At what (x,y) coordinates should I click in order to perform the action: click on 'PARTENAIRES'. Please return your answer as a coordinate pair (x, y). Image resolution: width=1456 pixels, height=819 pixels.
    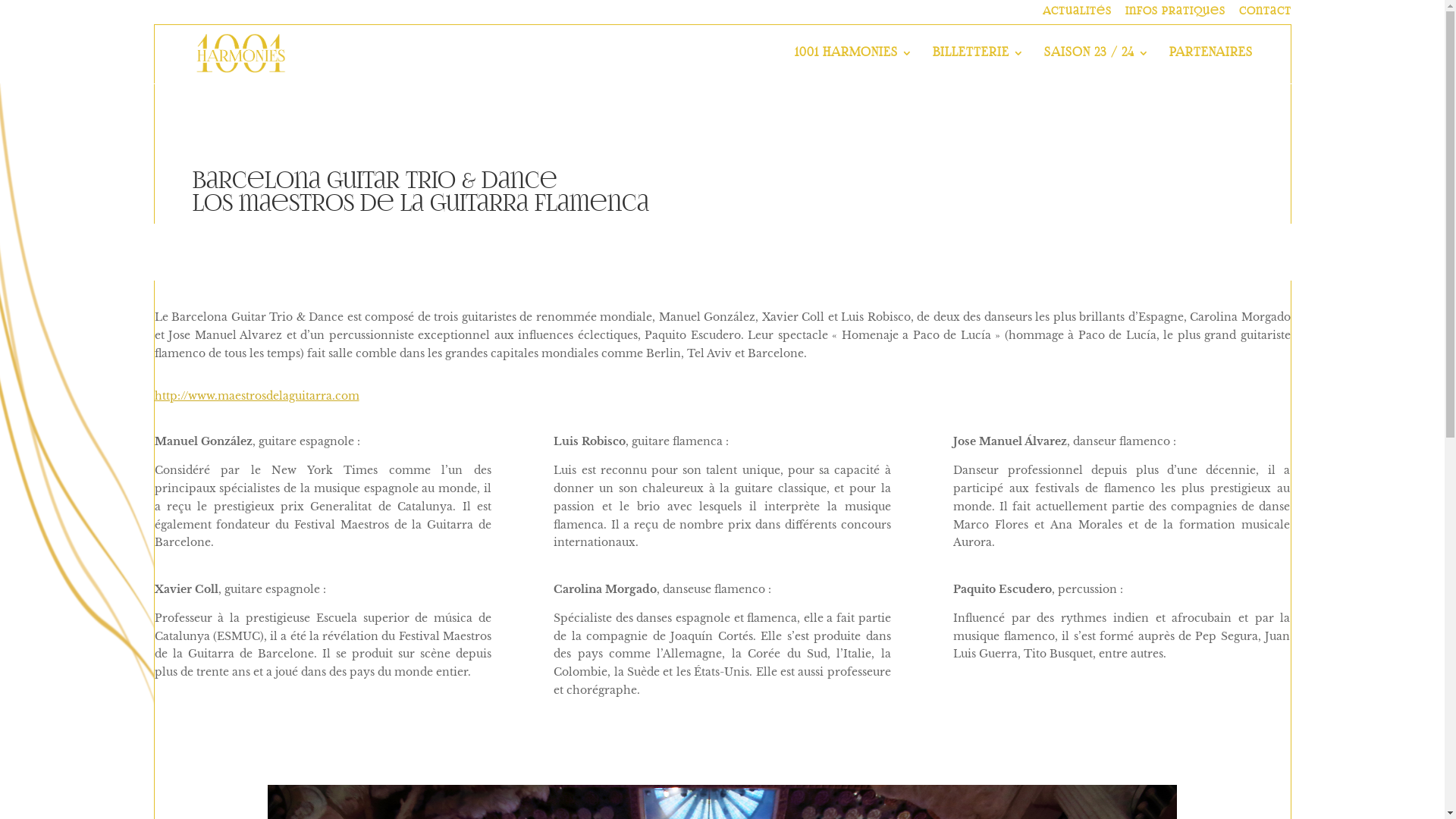
    Looking at the image, I should click on (1168, 64).